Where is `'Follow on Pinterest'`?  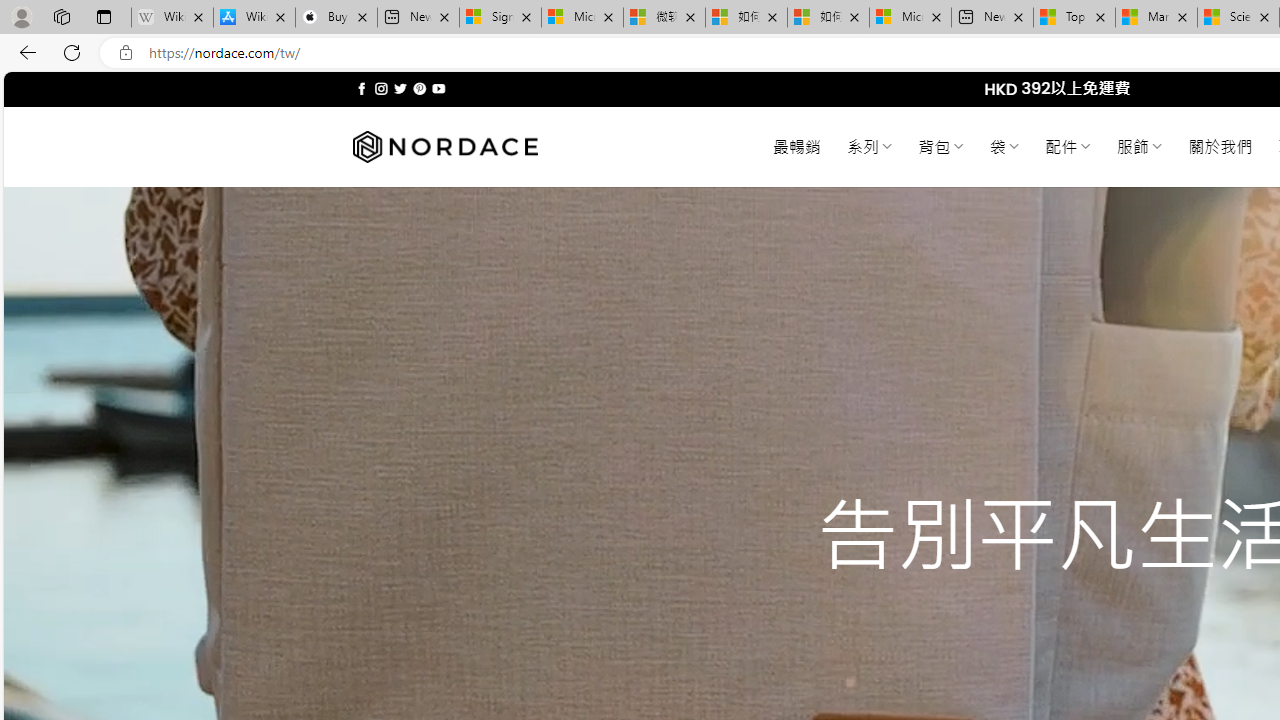 'Follow on Pinterest' is located at coordinates (418, 88).